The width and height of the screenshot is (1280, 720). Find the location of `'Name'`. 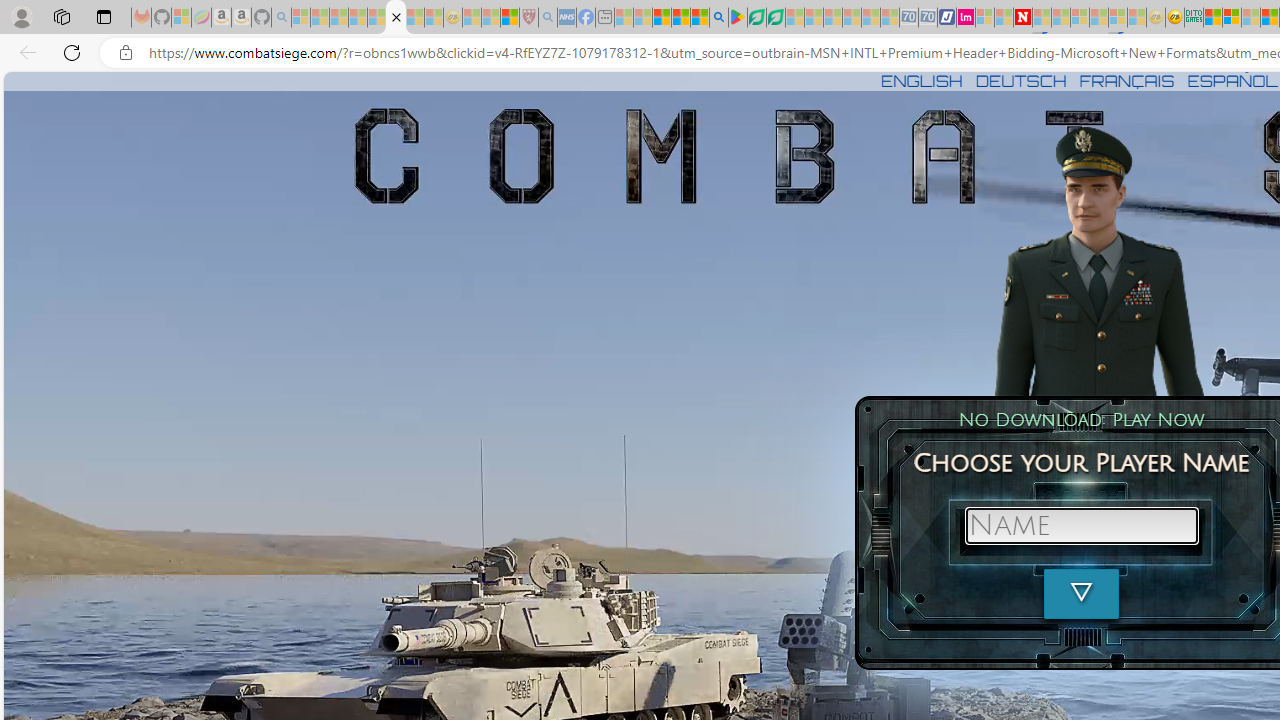

'Name' is located at coordinates (1080, 524).